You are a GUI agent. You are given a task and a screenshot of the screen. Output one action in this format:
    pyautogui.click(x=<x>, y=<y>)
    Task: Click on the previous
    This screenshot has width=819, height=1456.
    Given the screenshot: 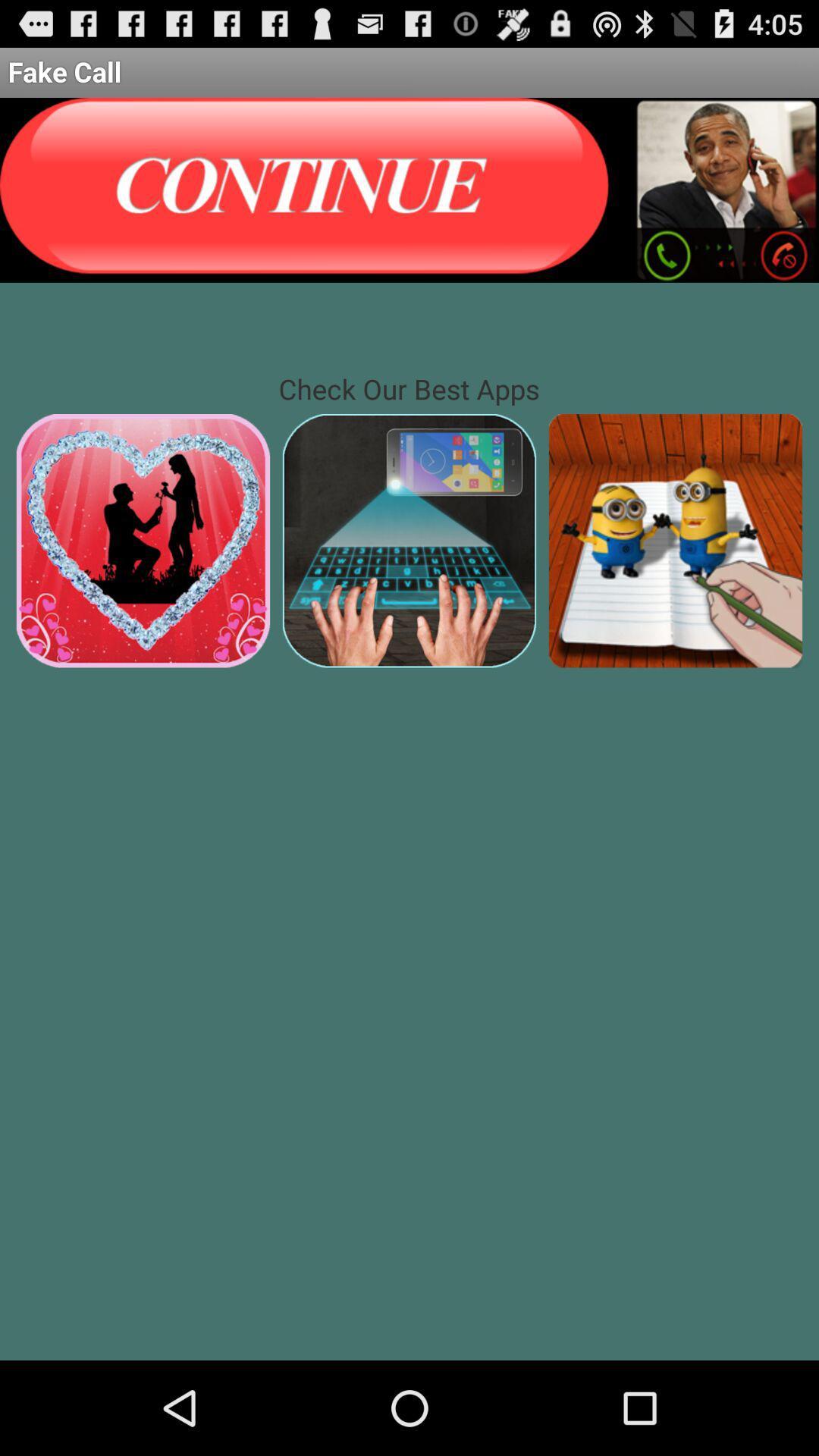 What is the action you would take?
    pyautogui.click(x=307, y=189)
    